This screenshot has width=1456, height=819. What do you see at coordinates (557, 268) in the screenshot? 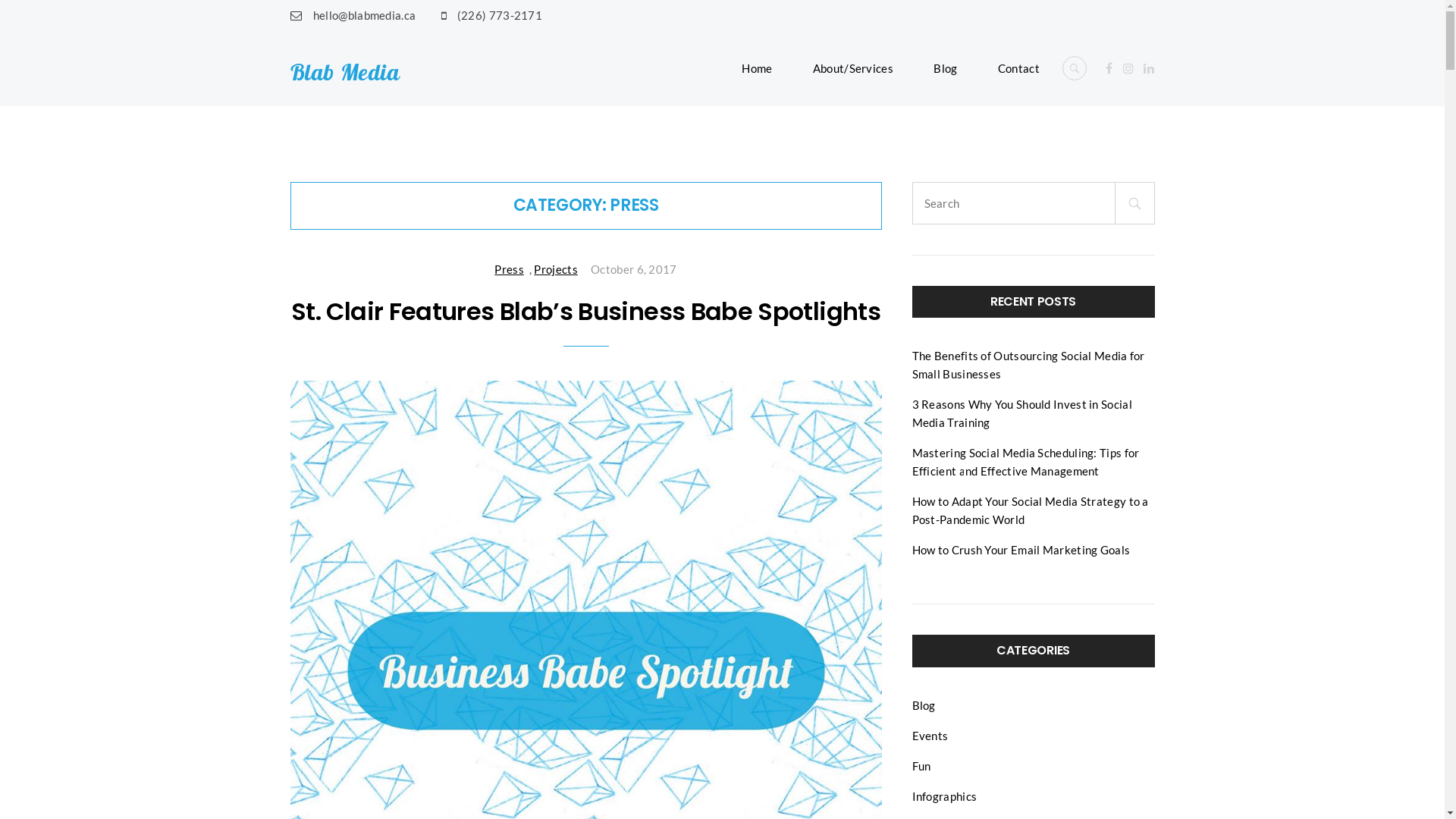
I see `'Projects'` at bounding box center [557, 268].